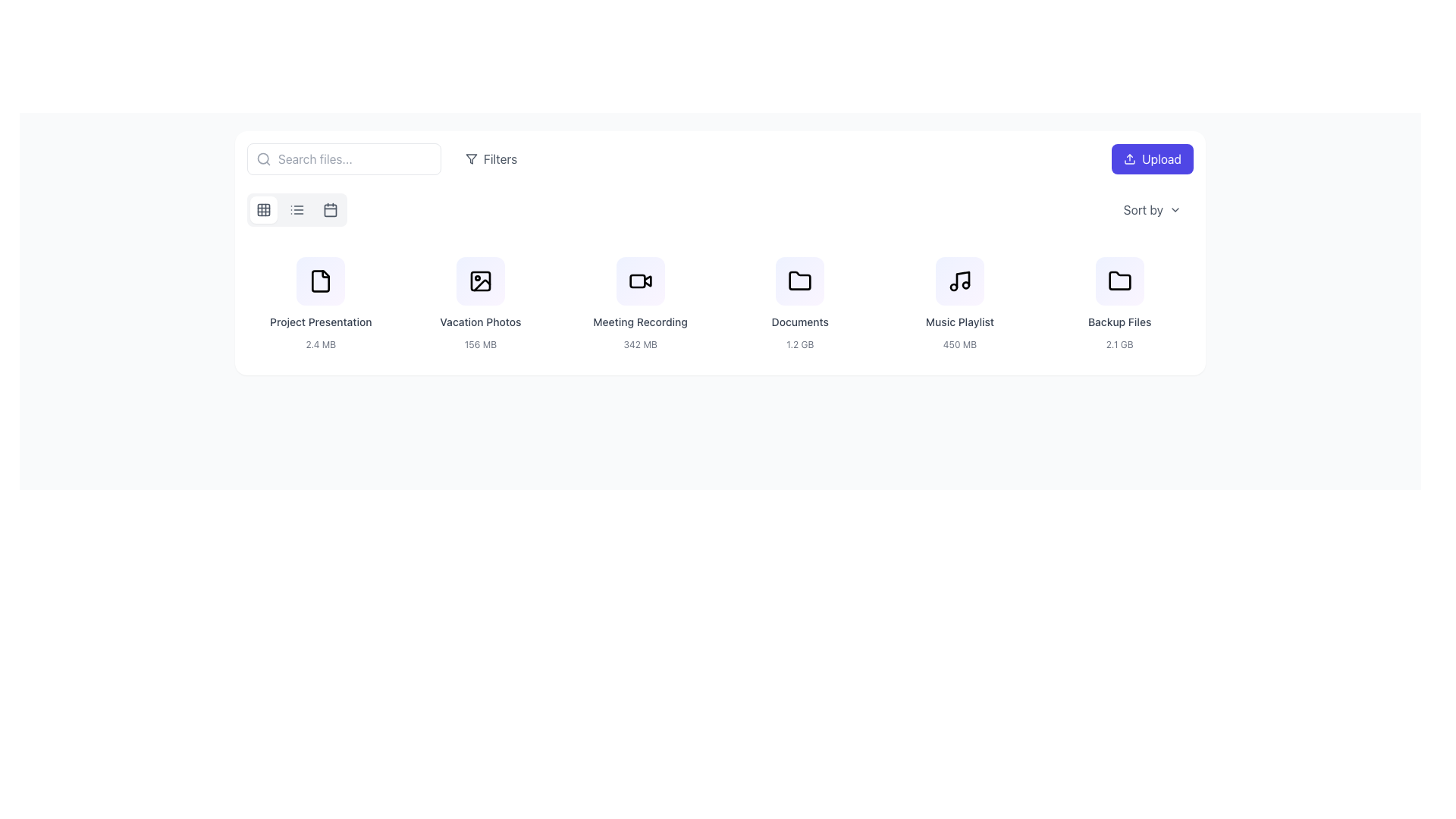 The width and height of the screenshot is (1456, 819). I want to click on the small square button with a 3x3 grid pattern, so click(263, 210).